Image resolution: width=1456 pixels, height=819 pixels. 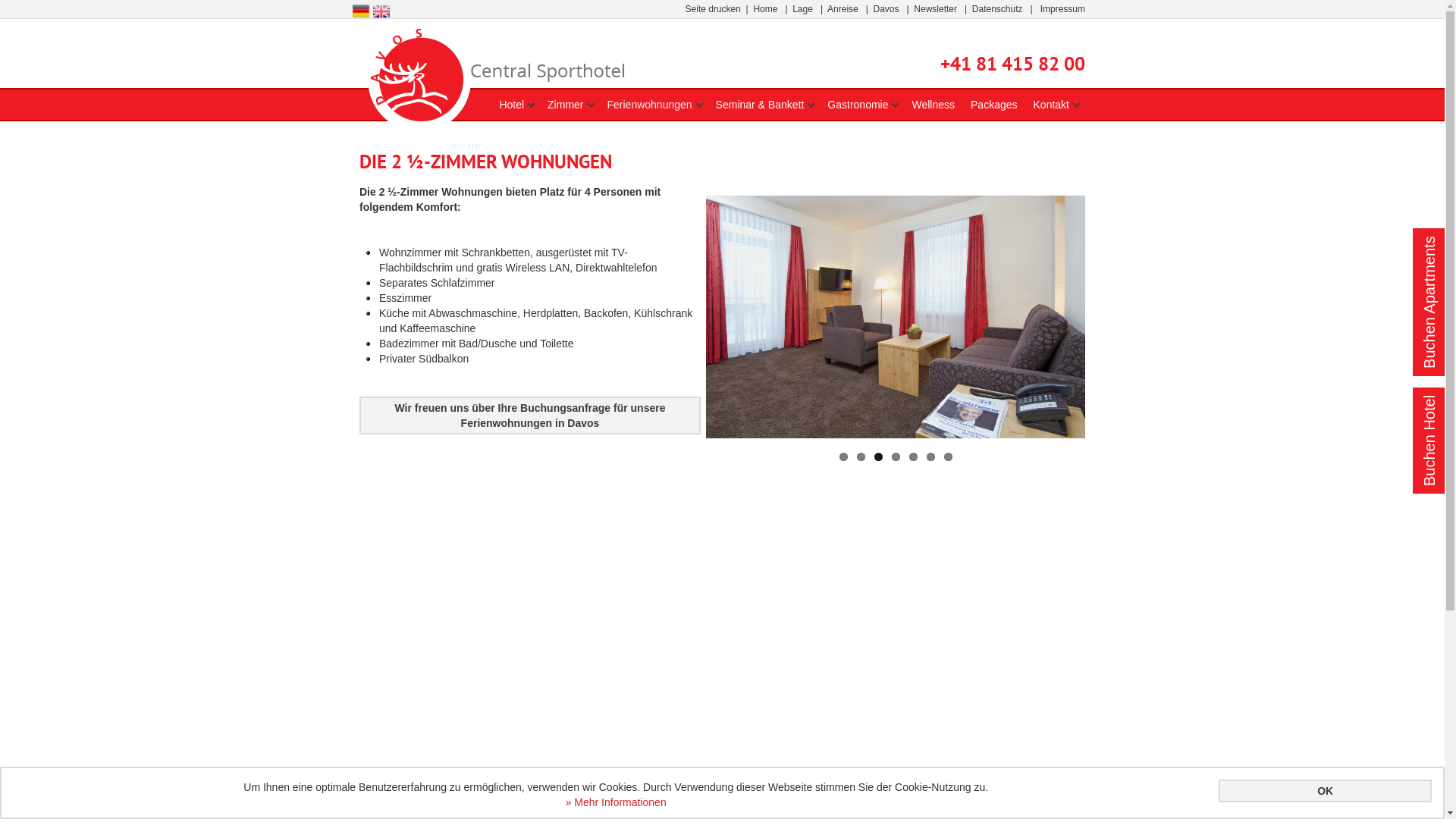 I want to click on '4', so click(x=896, y=455).